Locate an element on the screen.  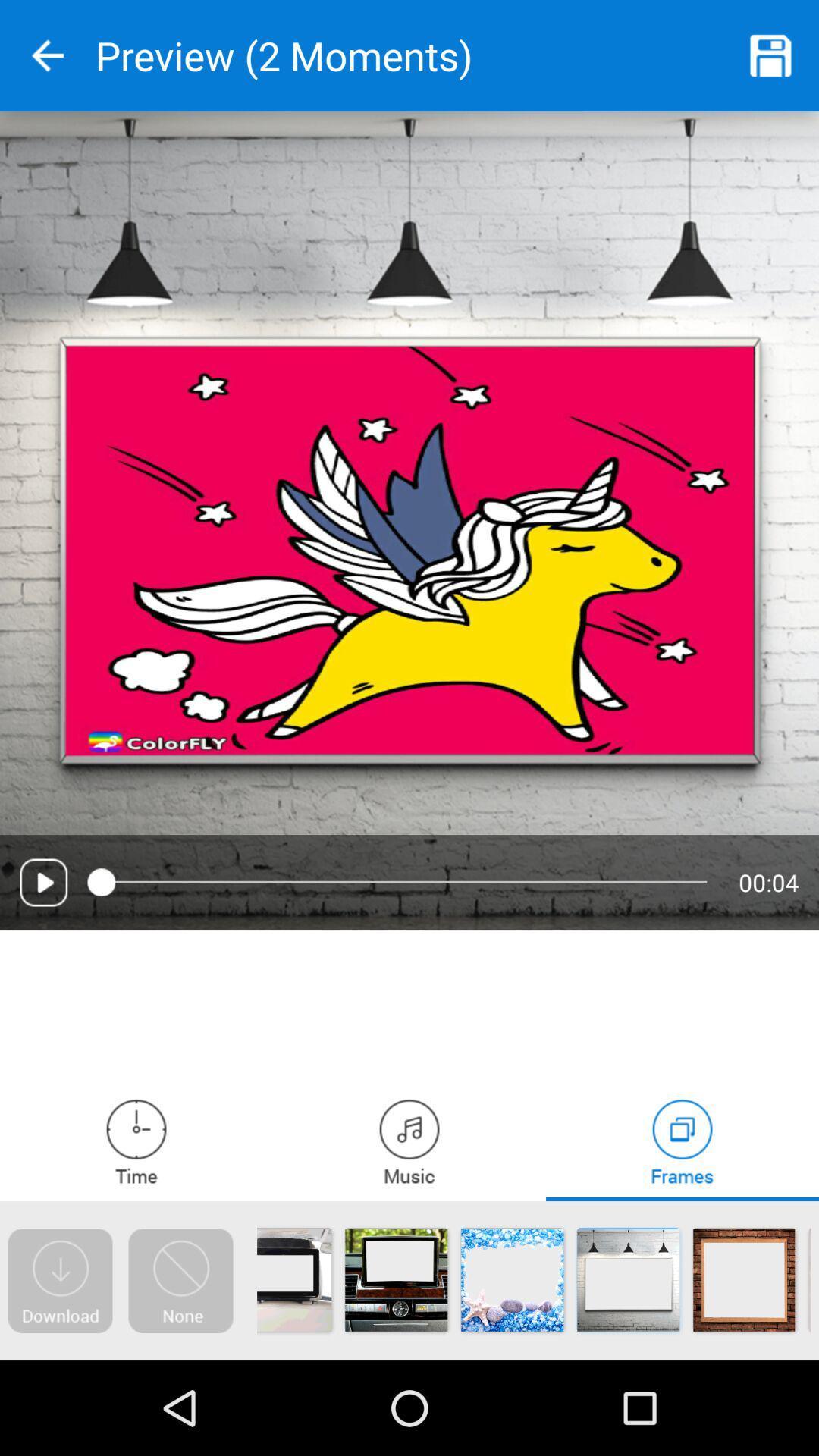
music player is located at coordinates (409, 1141).